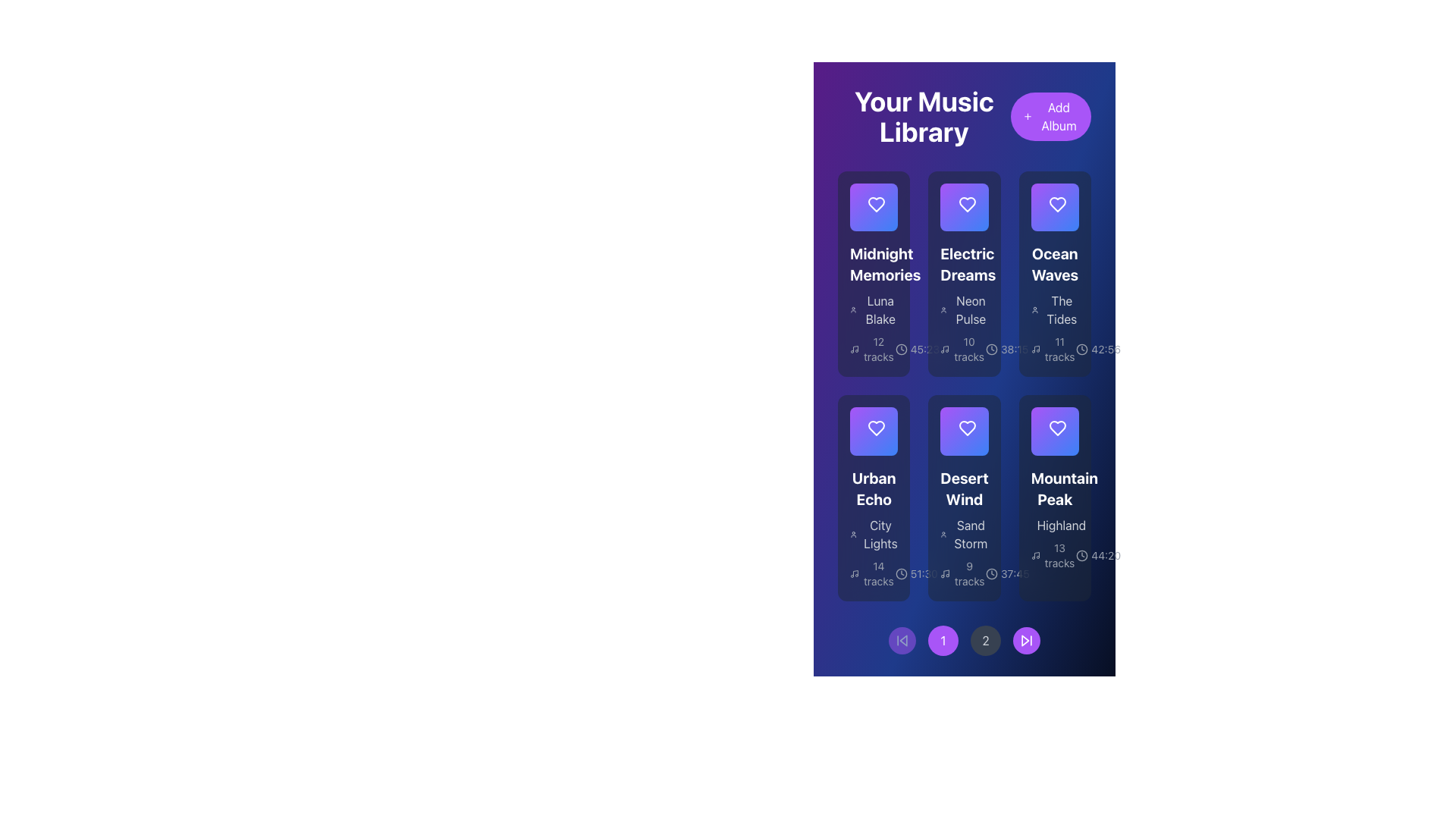 The height and width of the screenshot is (819, 1456). Describe the element at coordinates (877, 431) in the screenshot. I see `the favorite mark button (heart symbol) located at the top-right corner of the 'Urban Echo' album card` at that location.